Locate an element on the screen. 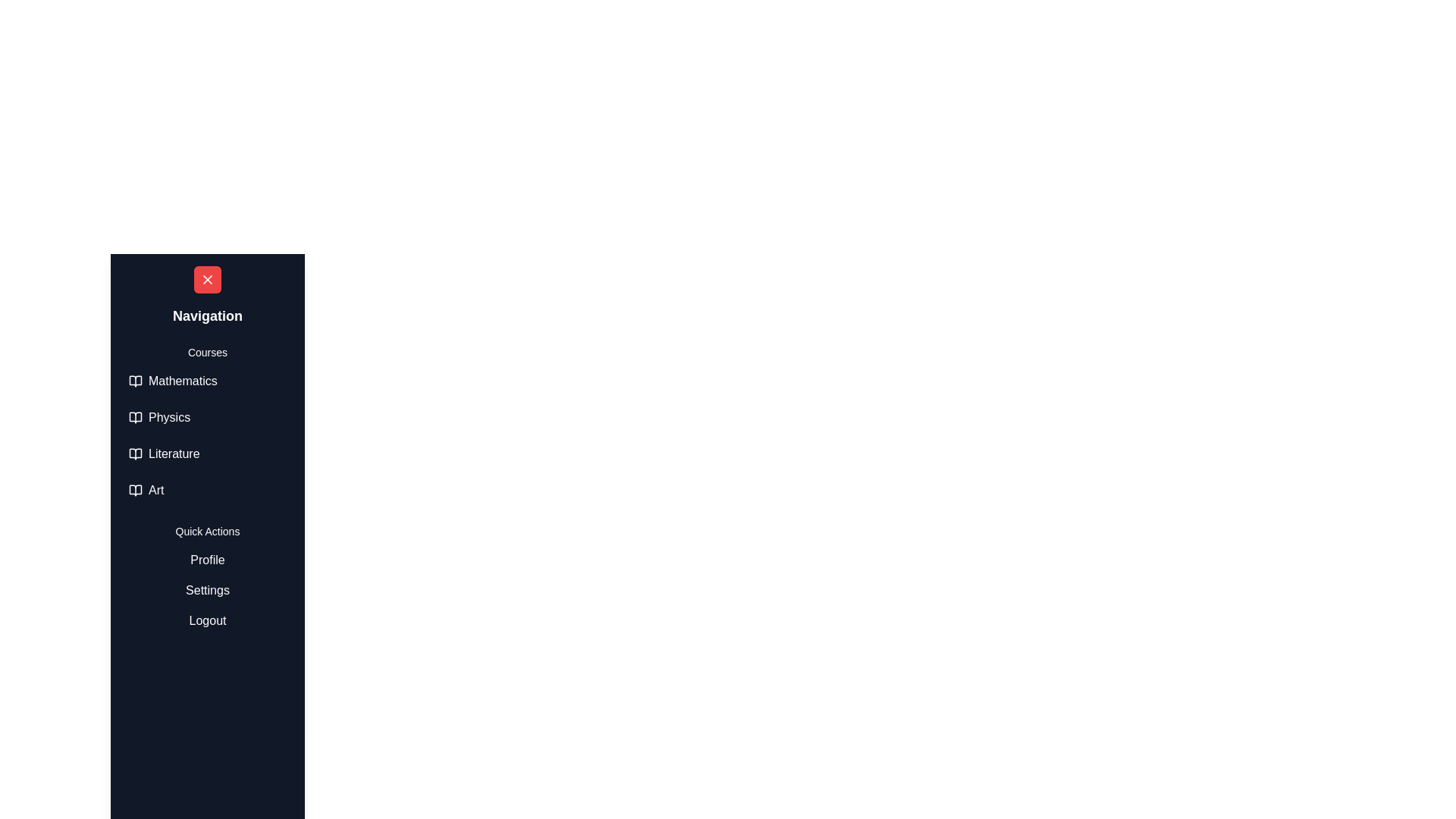  the open book icon in the navigation menu, which is adjacent to the text 'Mathematics' and located under the 'Courses' section is located at coordinates (135, 380).